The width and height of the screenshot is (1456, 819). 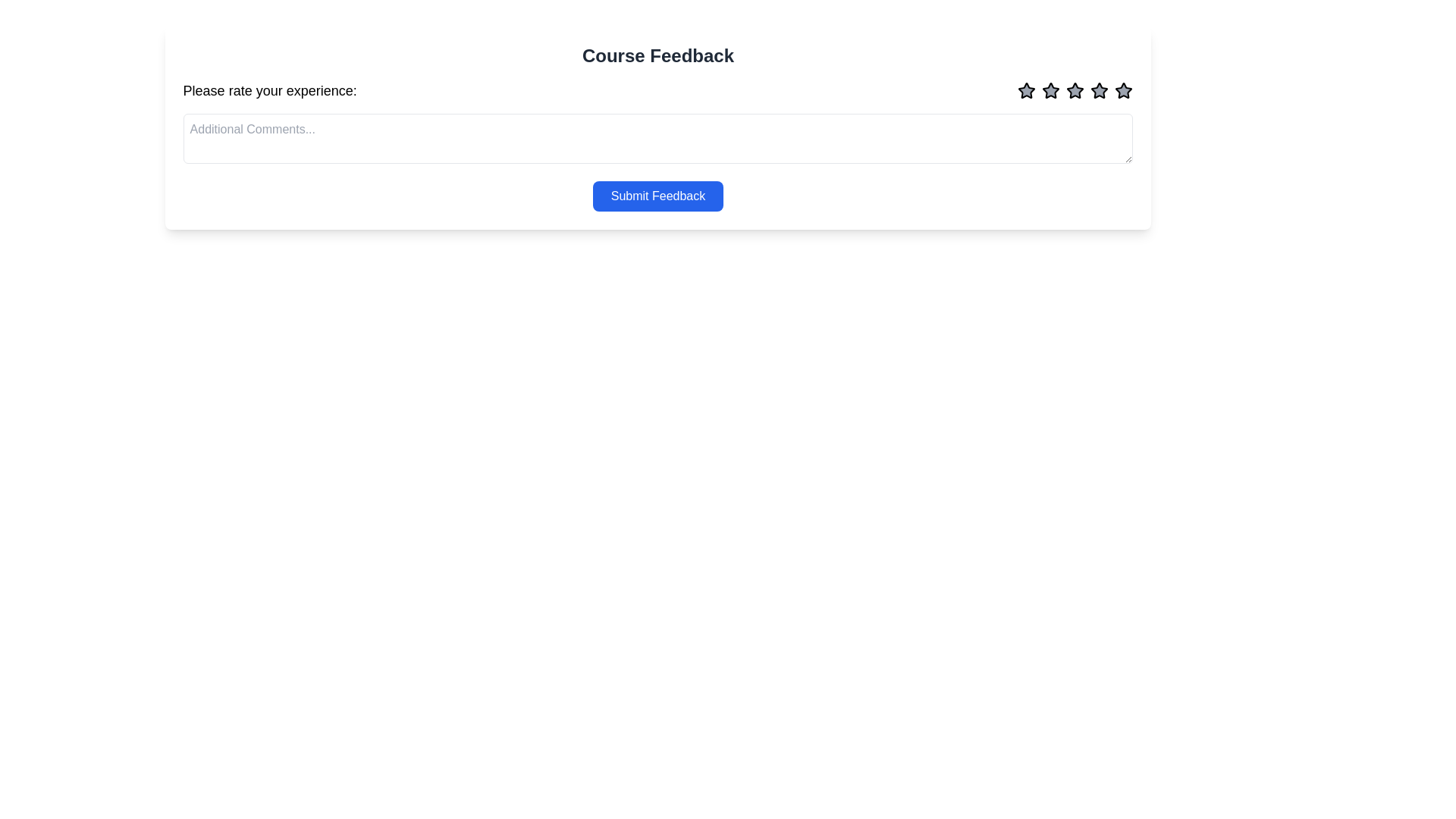 What do you see at coordinates (1124, 90) in the screenshot?
I see `the fifth star in the five-star rating system located in the top-right corner of the interface` at bounding box center [1124, 90].